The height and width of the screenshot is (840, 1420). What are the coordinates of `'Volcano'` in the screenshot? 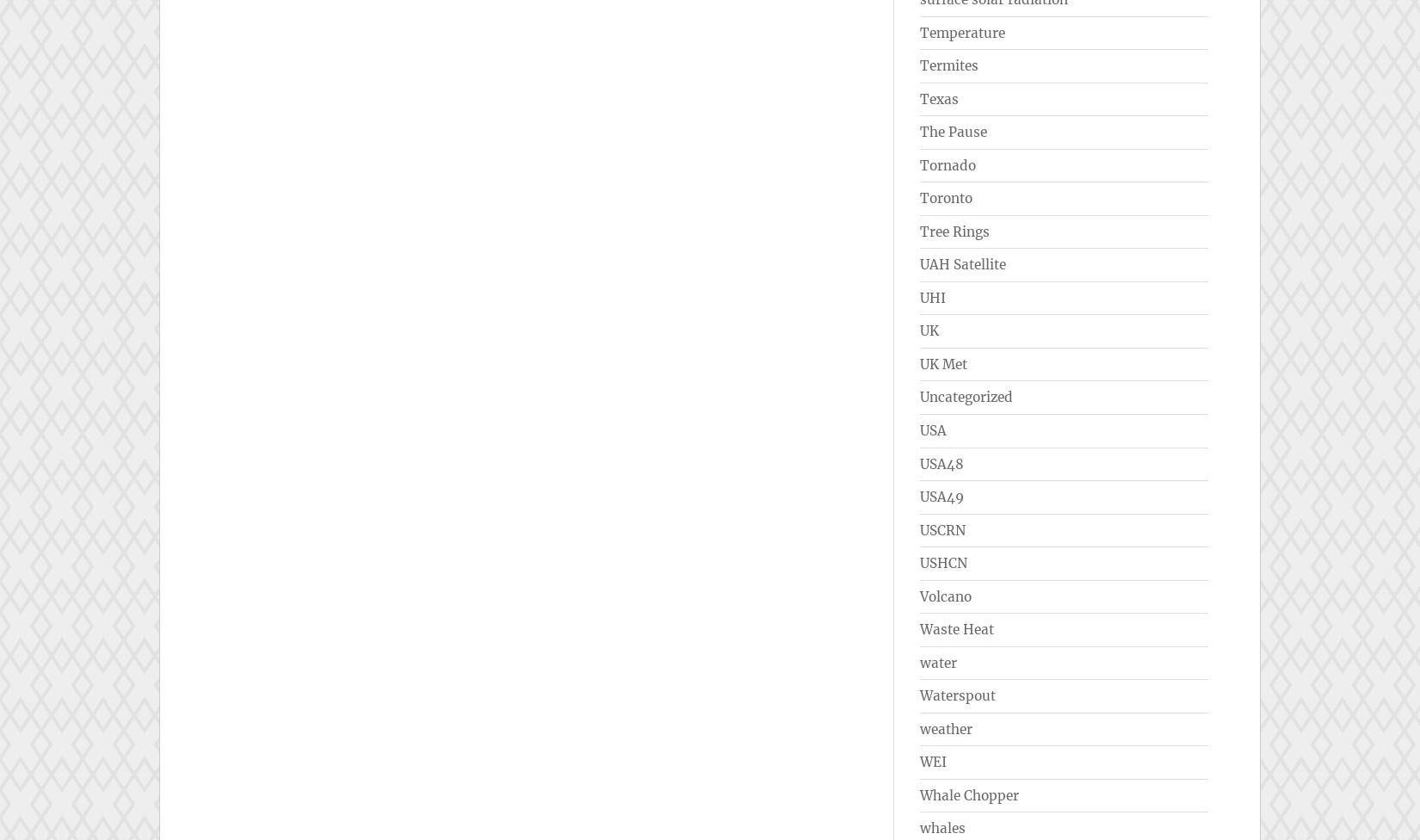 It's located at (946, 595).